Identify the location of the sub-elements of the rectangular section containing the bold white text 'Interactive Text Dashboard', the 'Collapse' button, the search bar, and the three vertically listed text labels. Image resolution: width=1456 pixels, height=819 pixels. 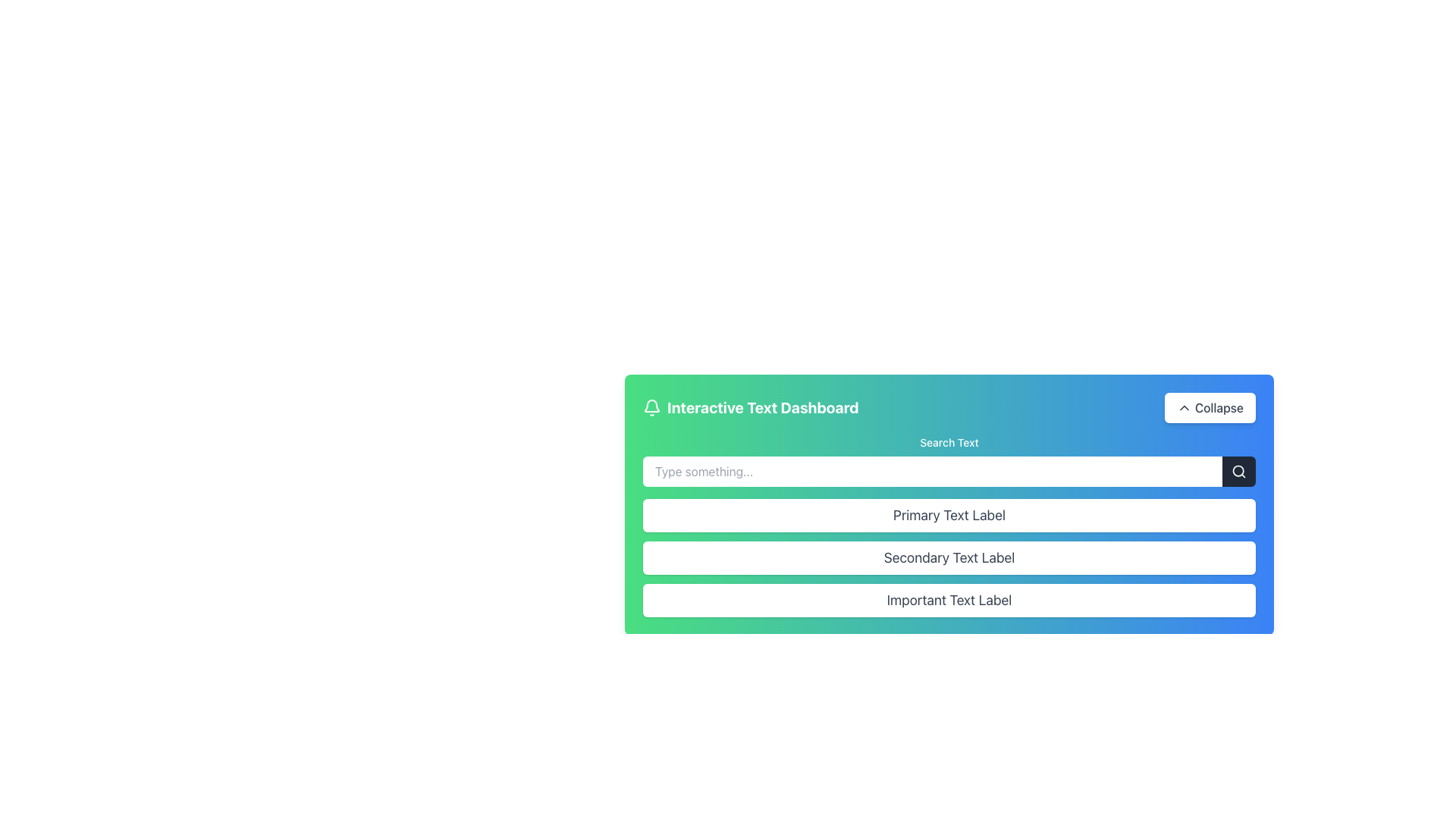
(949, 505).